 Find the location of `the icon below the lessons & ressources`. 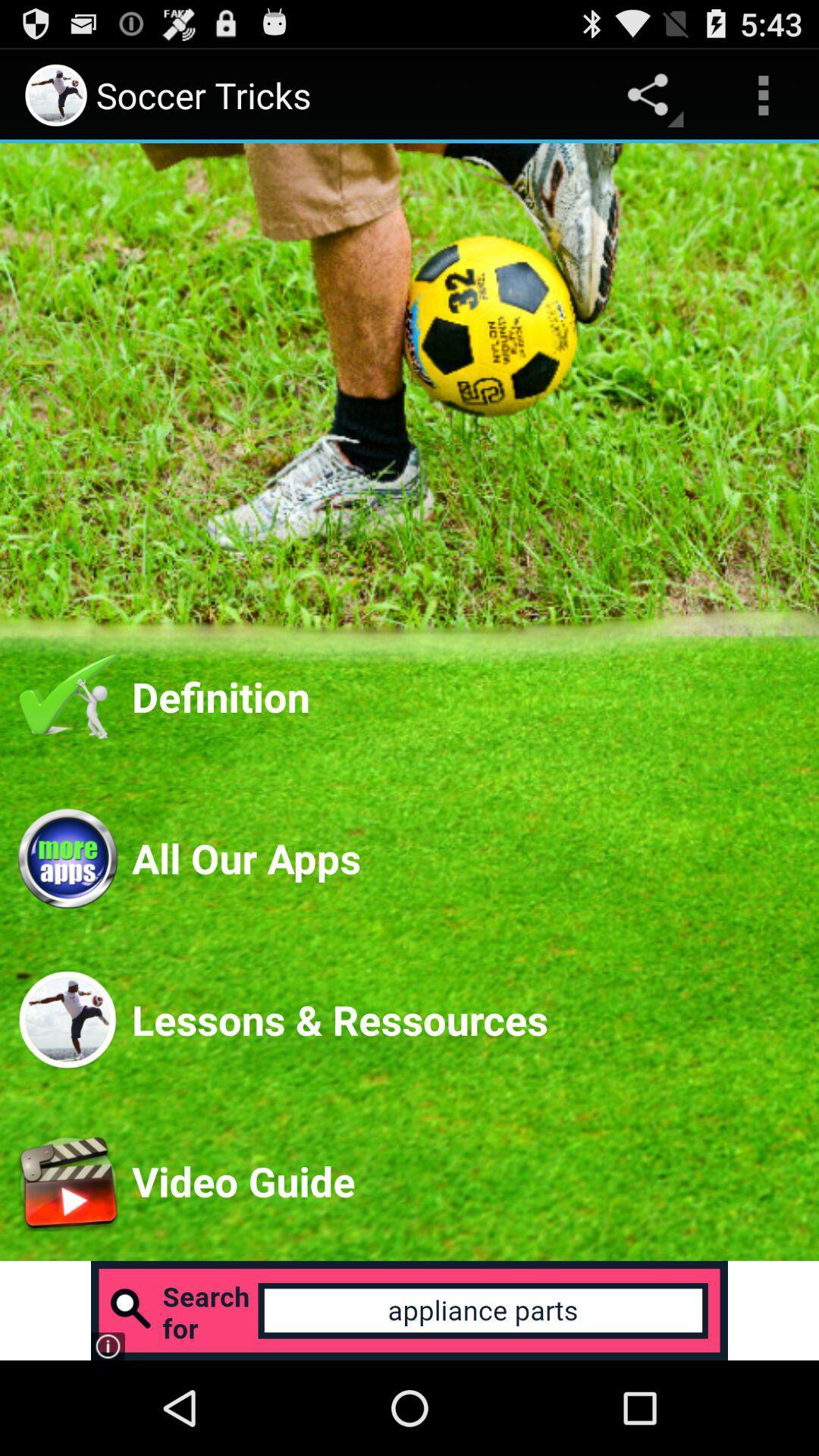

the icon below the lessons & ressources is located at coordinates (465, 1180).